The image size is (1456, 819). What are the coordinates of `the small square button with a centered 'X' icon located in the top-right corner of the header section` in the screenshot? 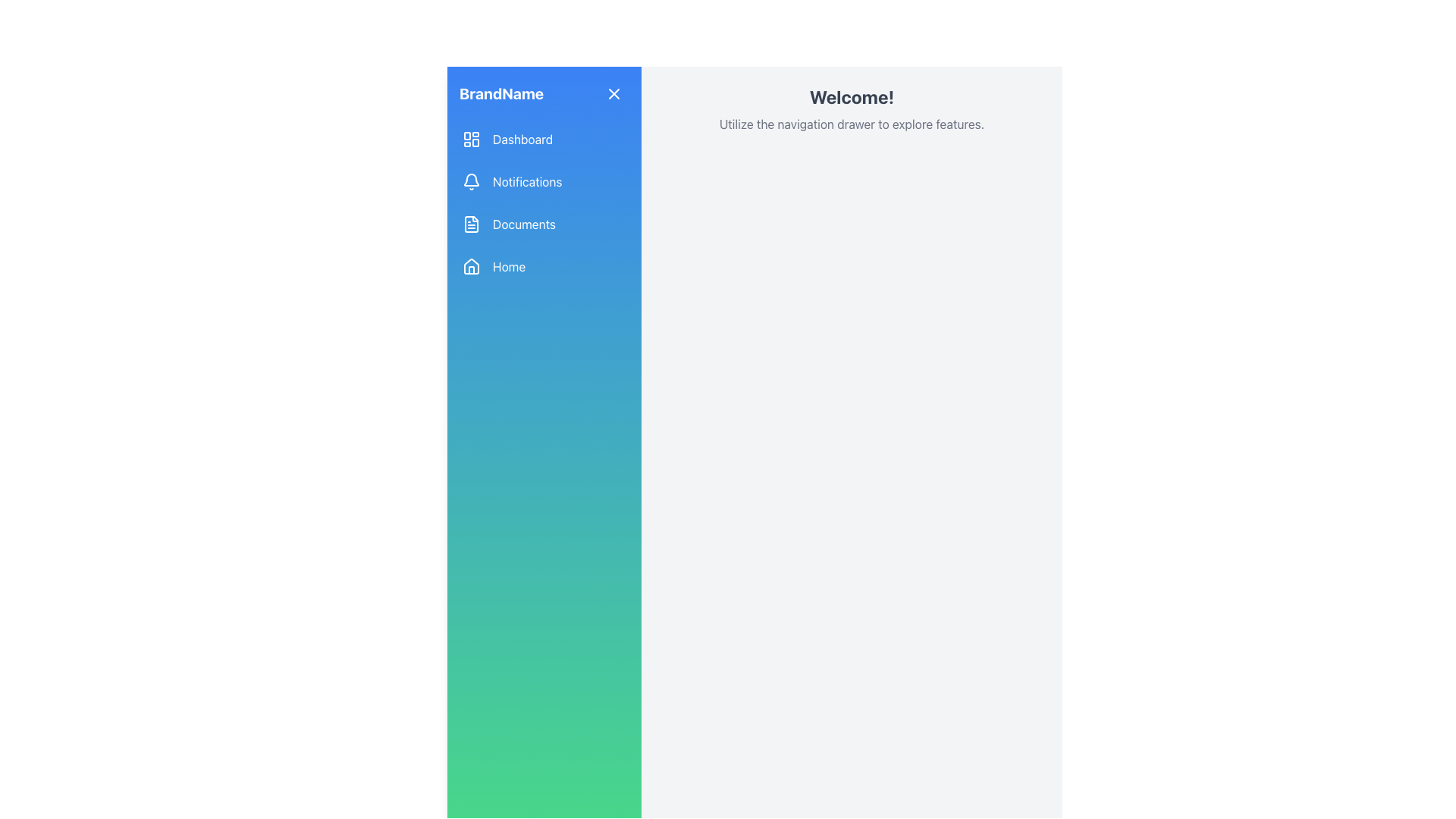 It's located at (614, 93).